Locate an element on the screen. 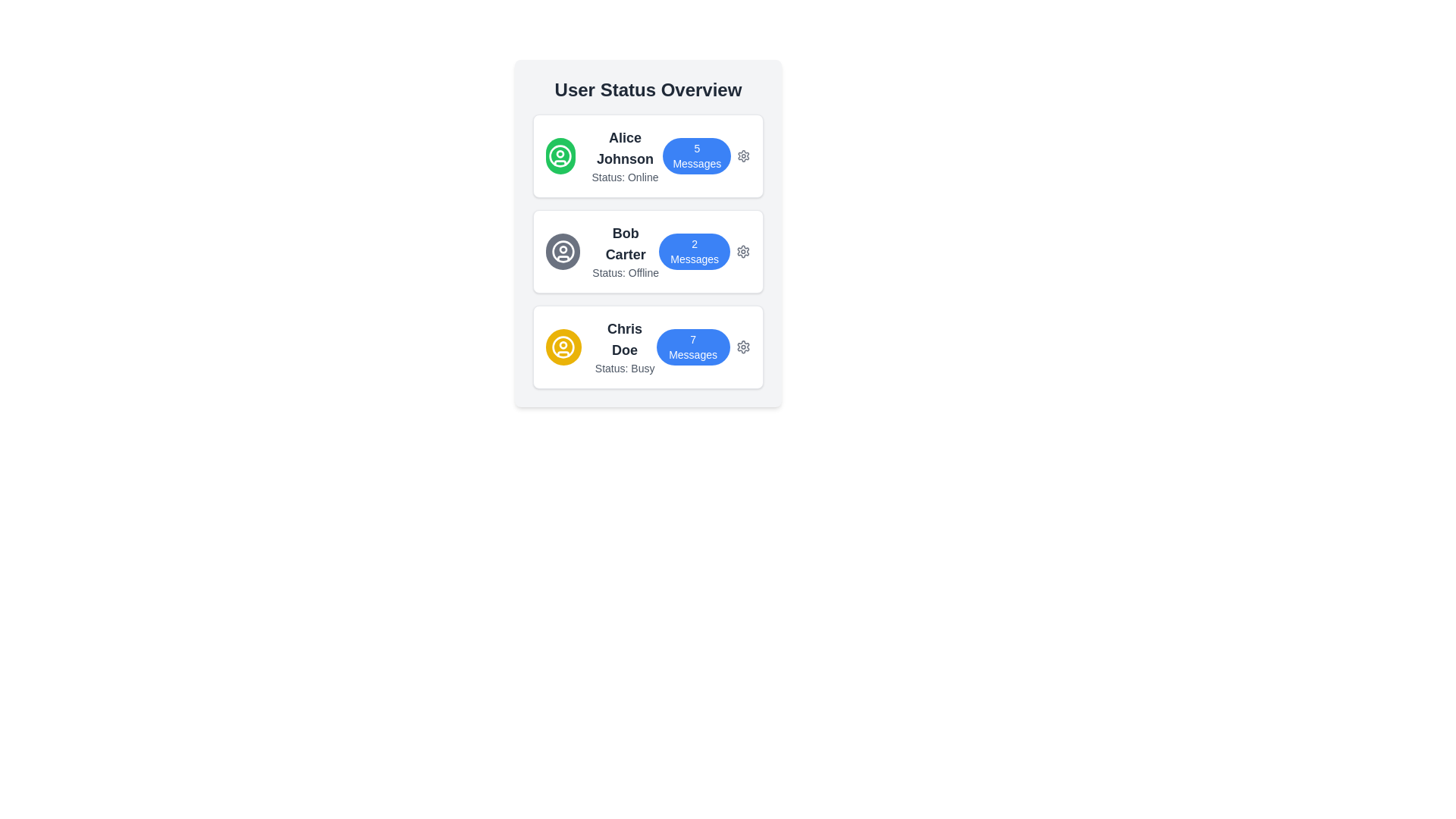 The image size is (1456, 819). the profile image placeholder for user 'Chris Doe' in the third user card of the 'User Status Overview' section is located at coordinates (563, 347).